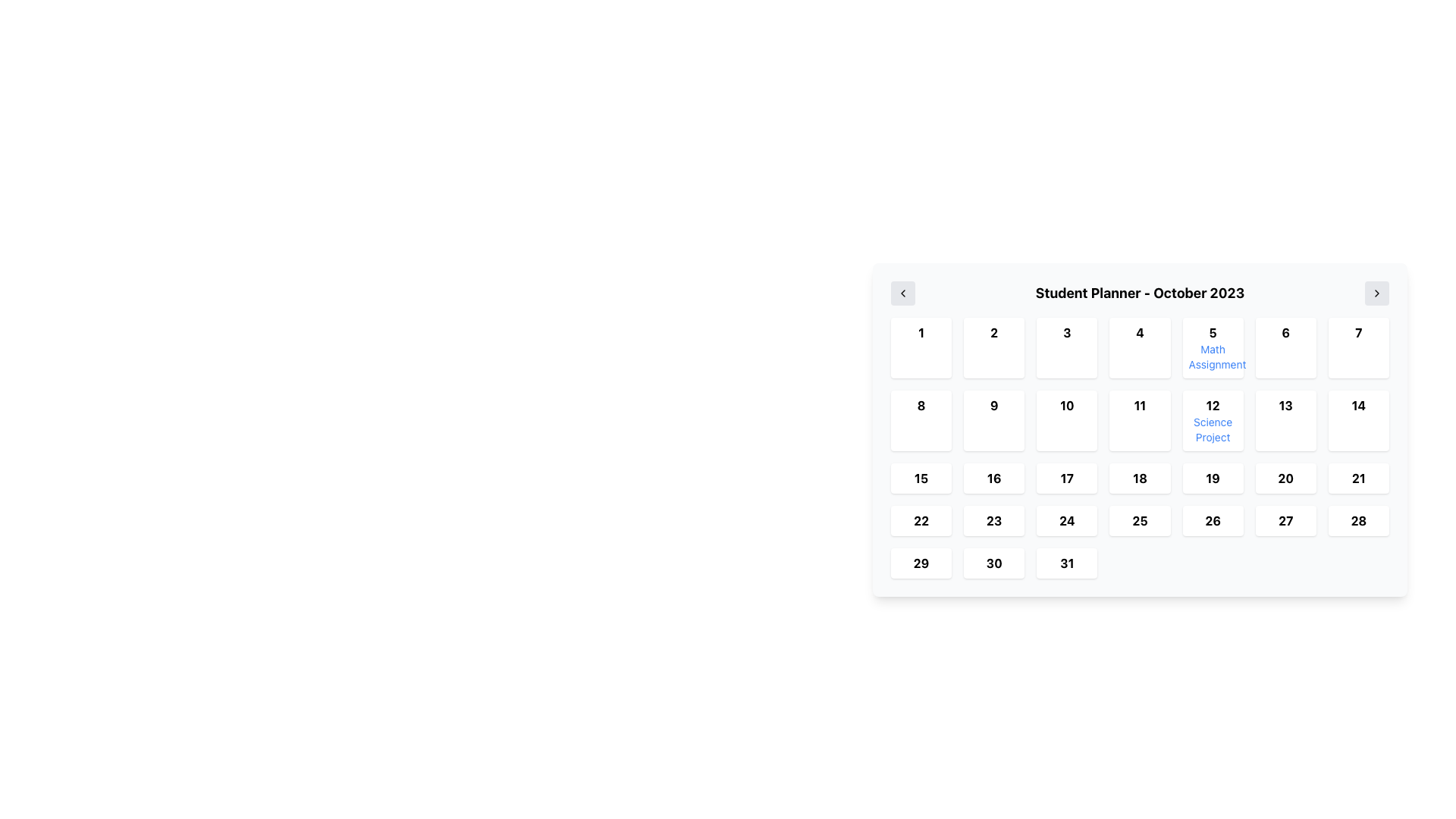  I want to click on the specific date in the Calendar Grid Display, so click(1140, 430).